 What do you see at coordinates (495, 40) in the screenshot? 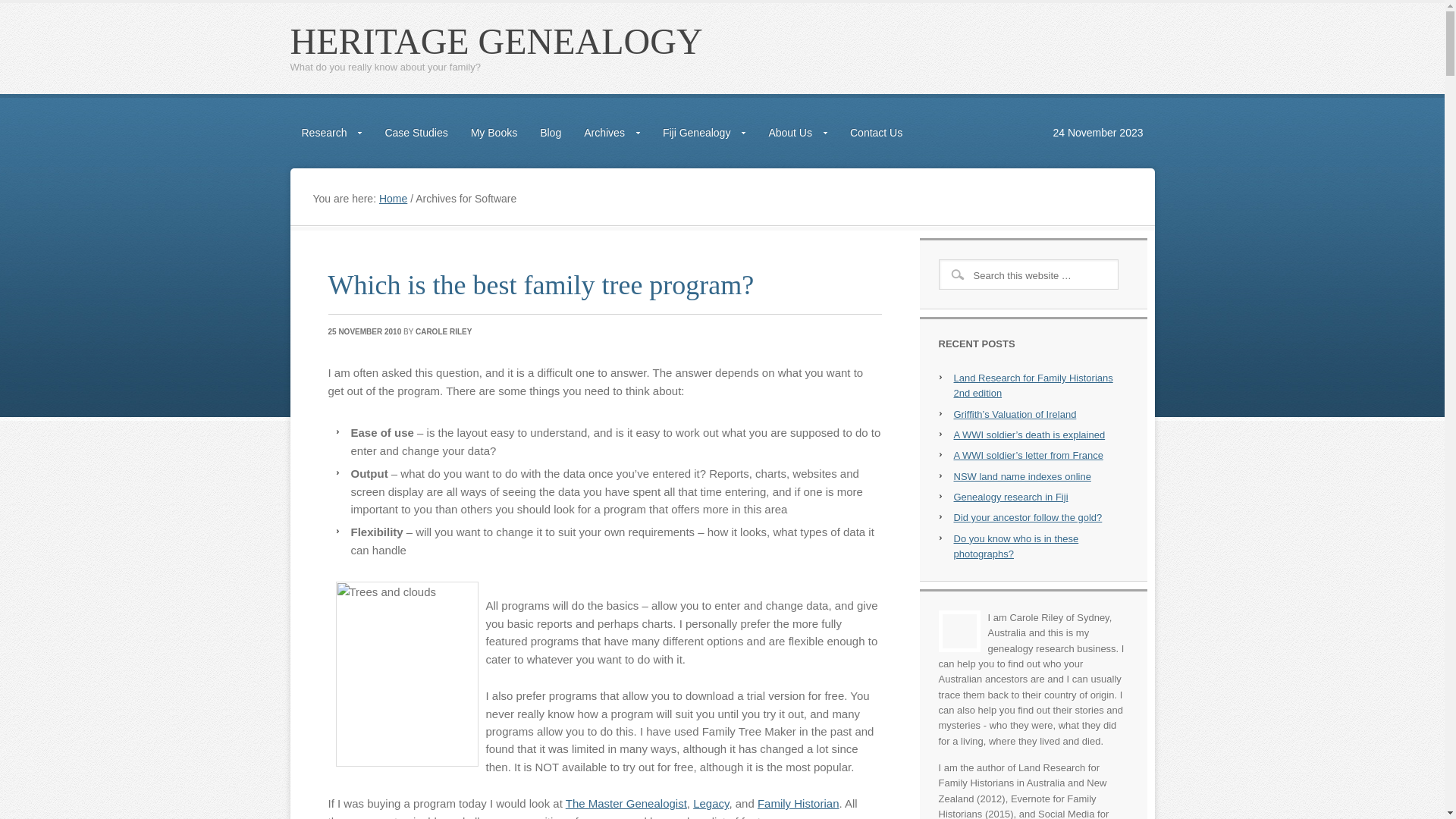
I see `'HERITAGE GENEALOGY'` at bounding box center [495, 40].